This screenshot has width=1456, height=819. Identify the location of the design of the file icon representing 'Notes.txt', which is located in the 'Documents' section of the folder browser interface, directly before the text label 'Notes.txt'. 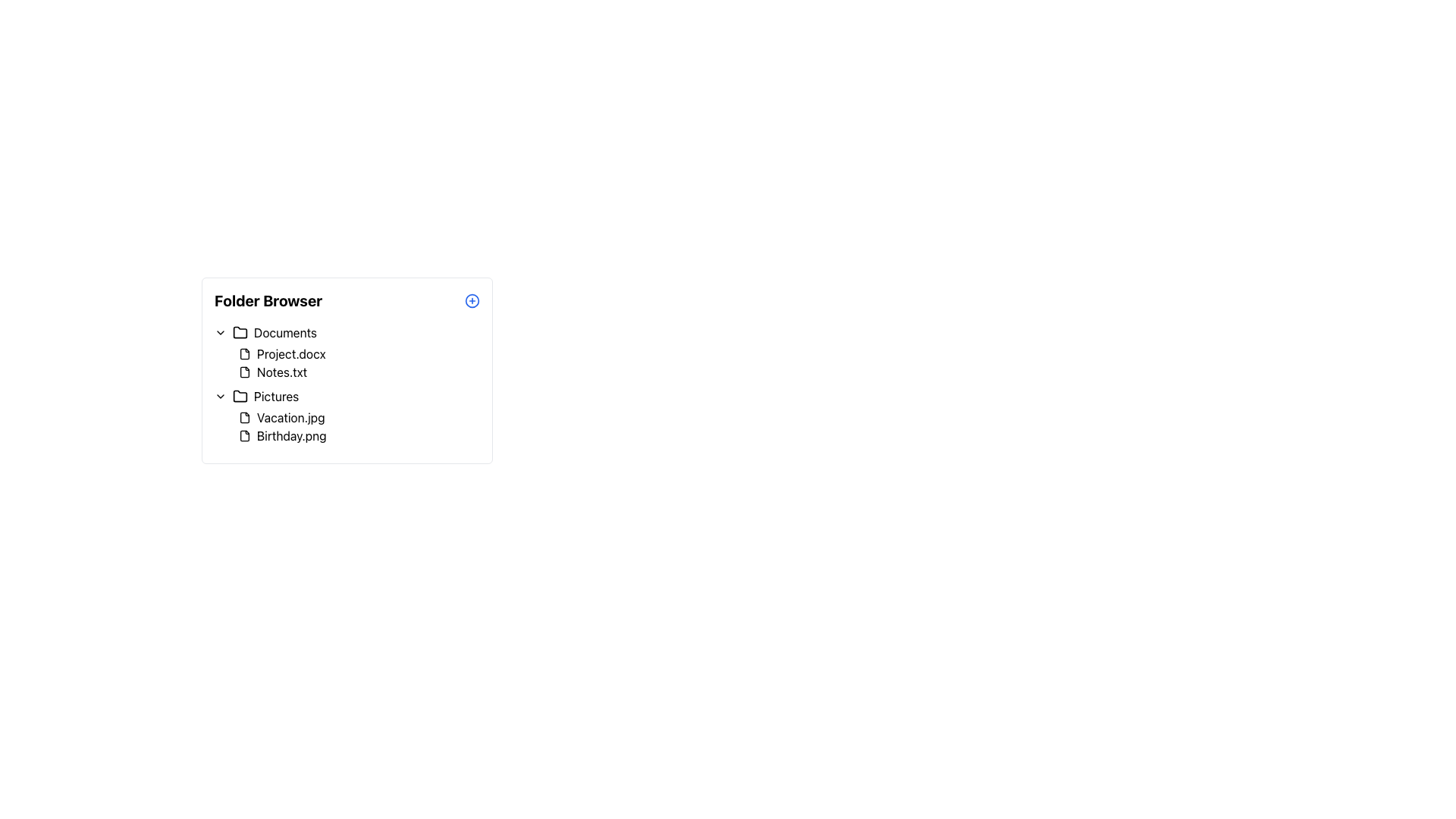
(244, 372).